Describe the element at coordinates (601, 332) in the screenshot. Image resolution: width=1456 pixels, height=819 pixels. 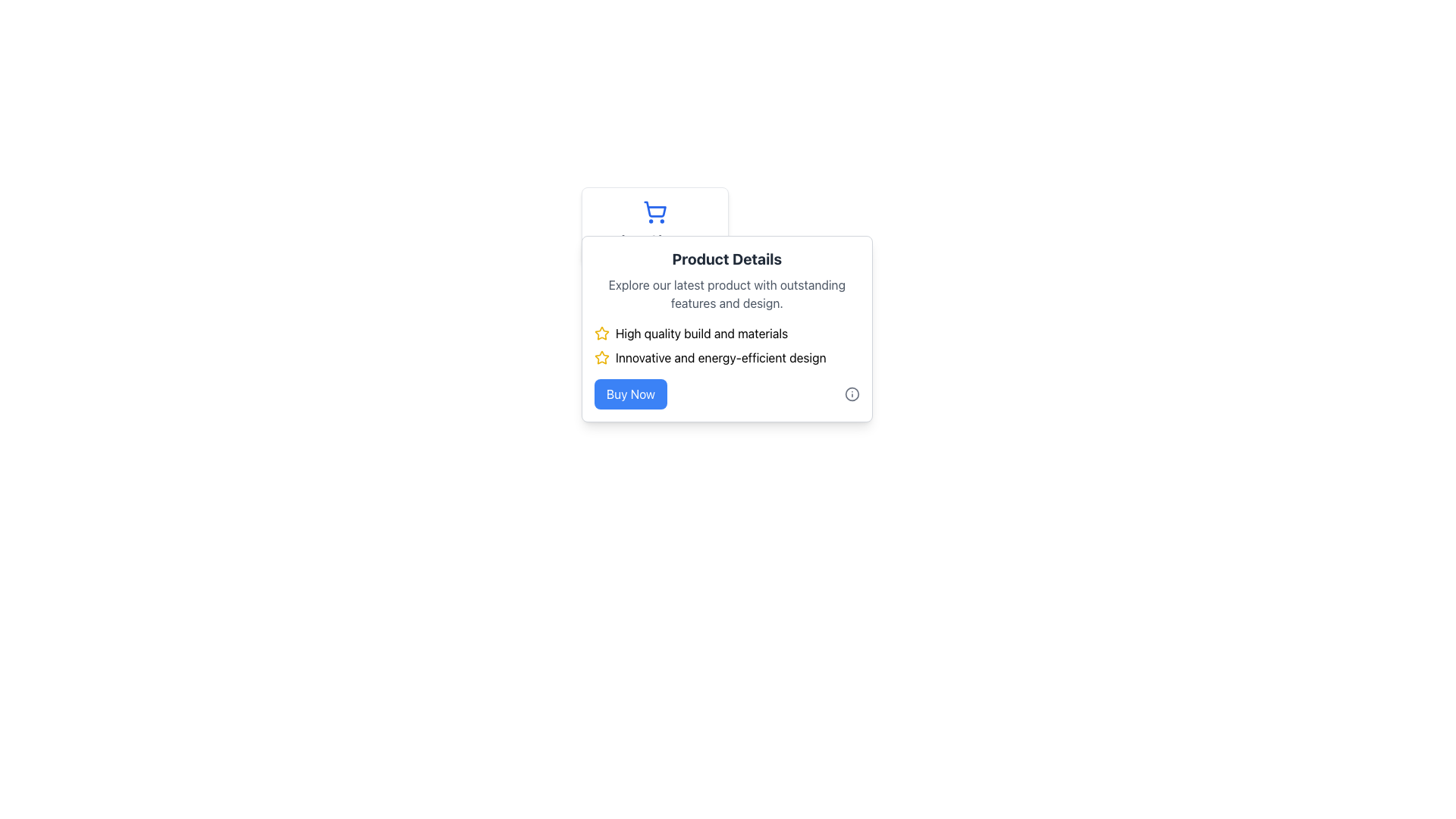
I see `the star-shaped icon with a yellow fill and black outline, located to the left of the text 'High quality build and materials' in the product details section` at that location.